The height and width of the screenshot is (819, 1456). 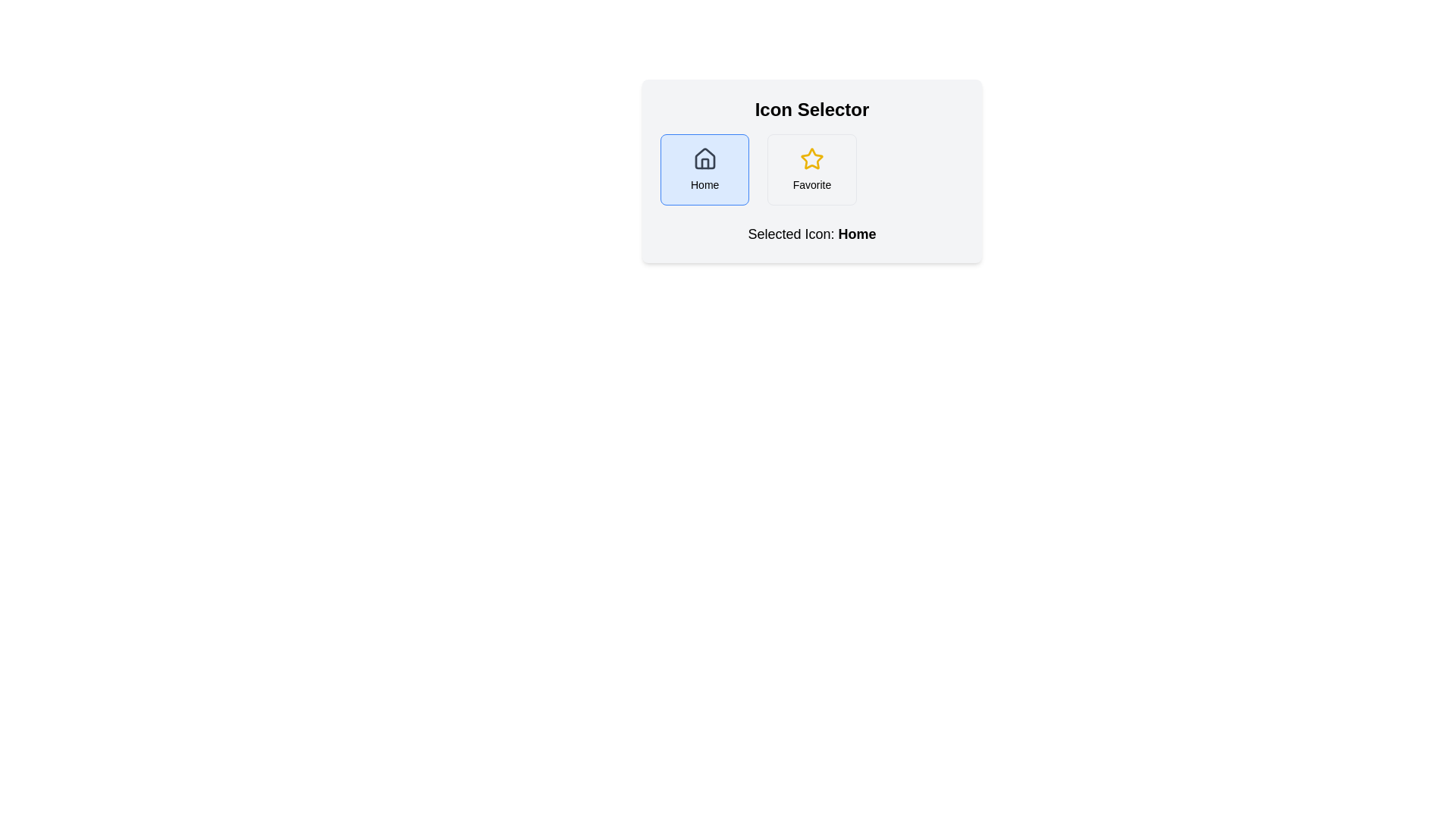 I want to click on the text display that shows the currently selected icon's label, which reads 'Selected Icon: Home', located below the 'Home' and 'Favorite' icon buttons, so click(x=857, y=234).